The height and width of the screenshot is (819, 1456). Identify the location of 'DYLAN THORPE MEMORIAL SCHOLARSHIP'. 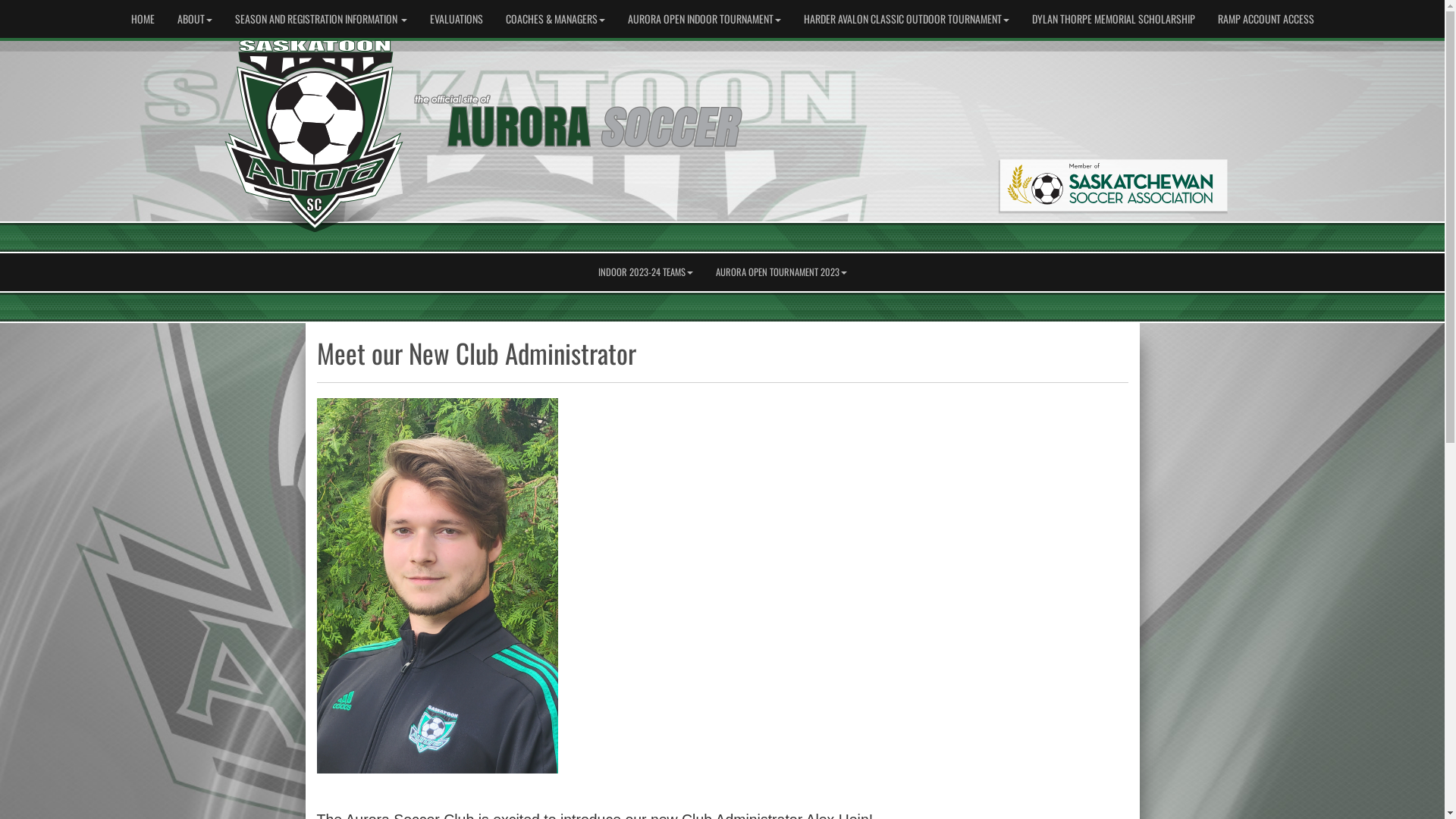
(1020, 18).